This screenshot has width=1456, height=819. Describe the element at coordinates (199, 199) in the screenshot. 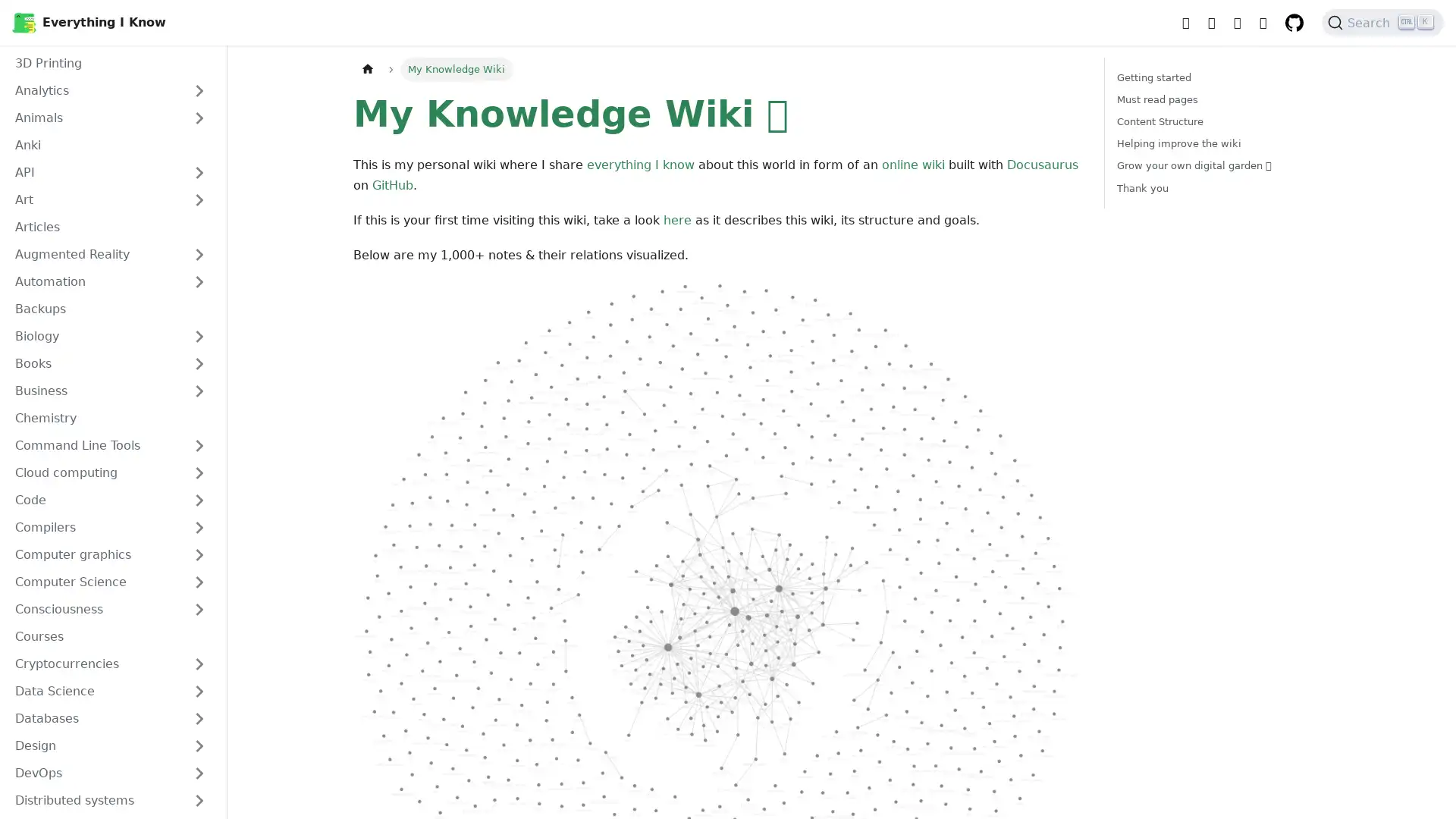

I see `Toggle the collapsible sidebar category 'Art'` at that location.